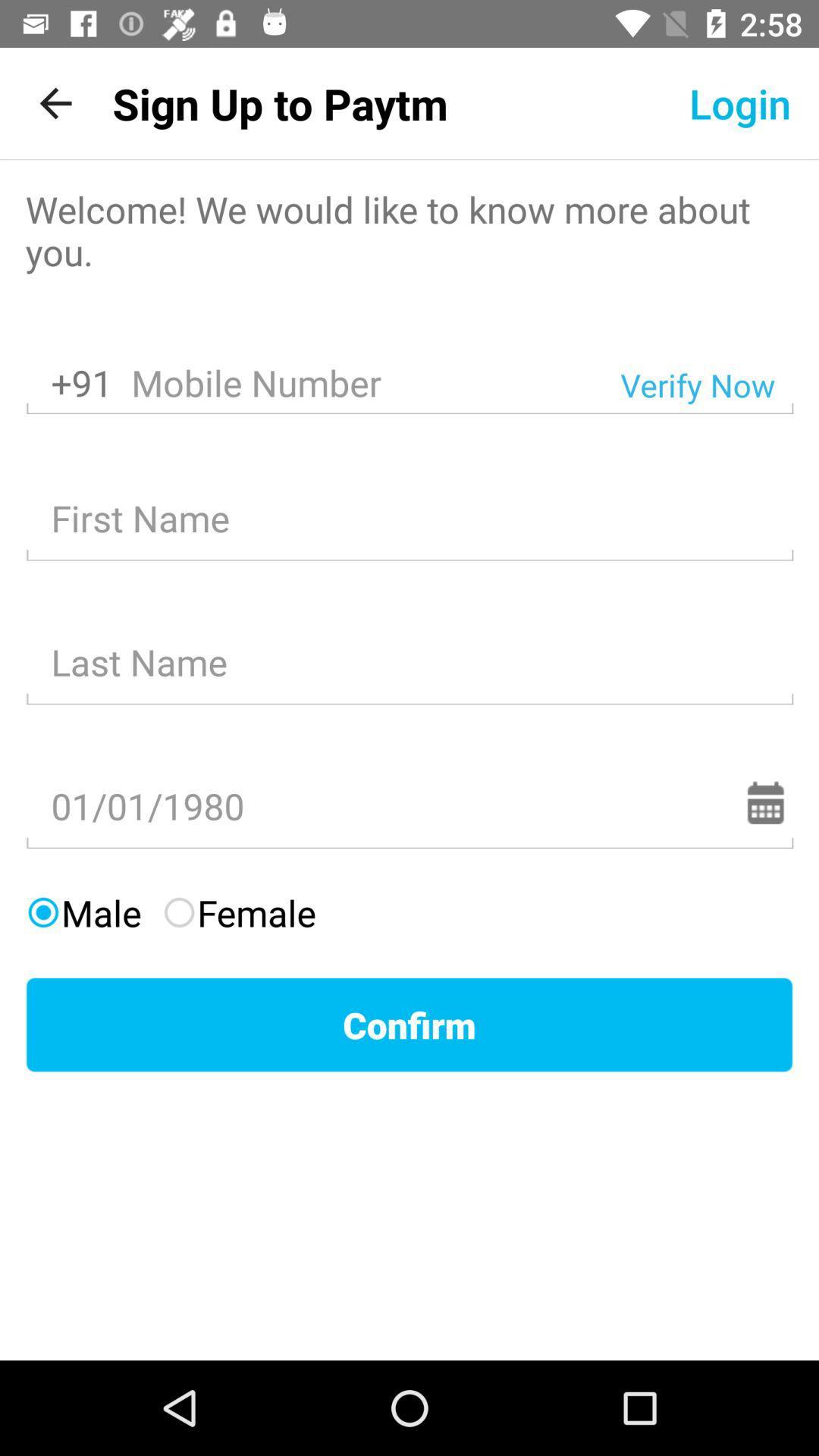  I want to click on sign up to item, so click(280, 102).